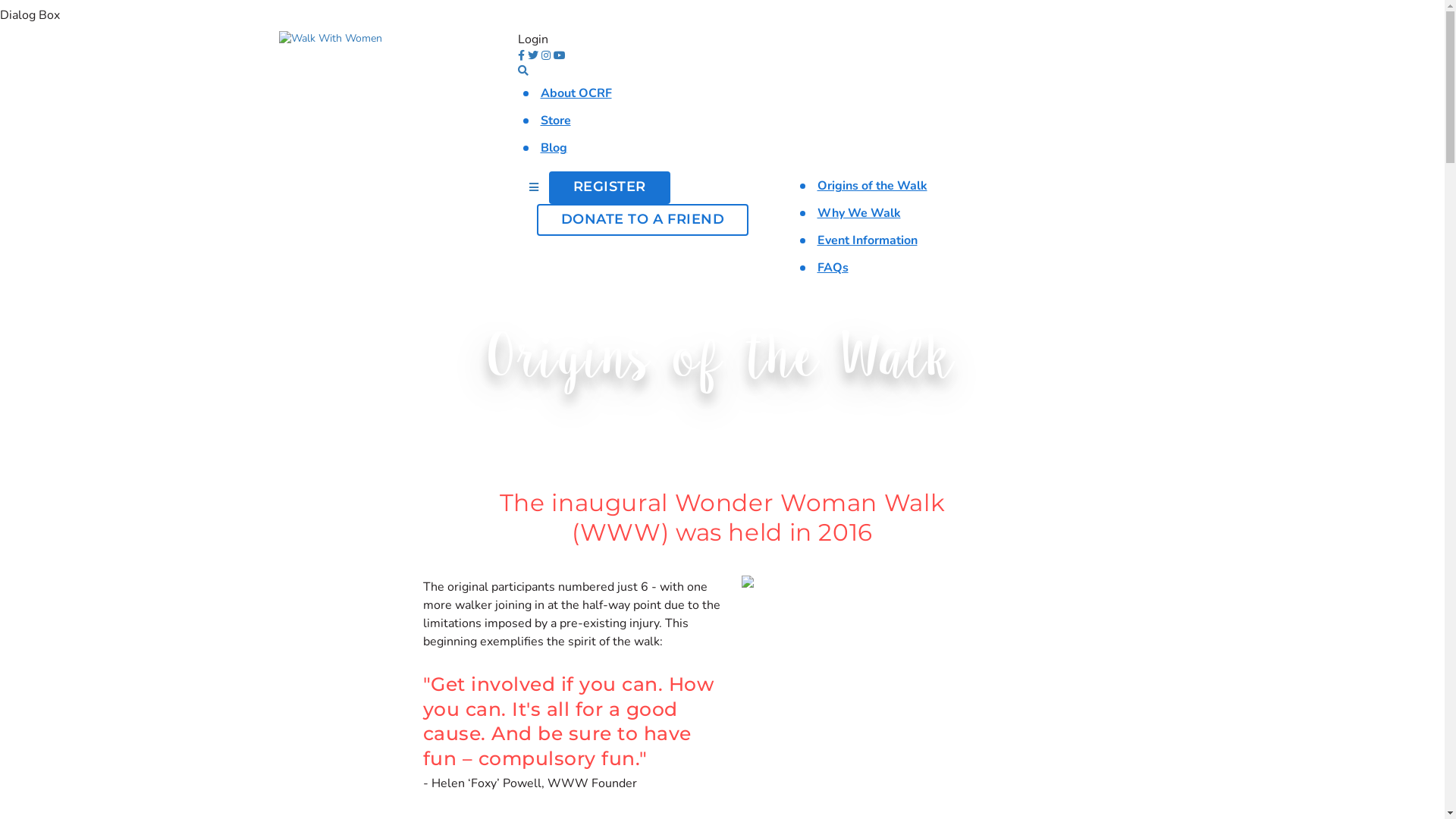  What do you see at coordinates (832, 267) in the screenshot?
I see `'FAQs'` at bounding box center [832, 267].